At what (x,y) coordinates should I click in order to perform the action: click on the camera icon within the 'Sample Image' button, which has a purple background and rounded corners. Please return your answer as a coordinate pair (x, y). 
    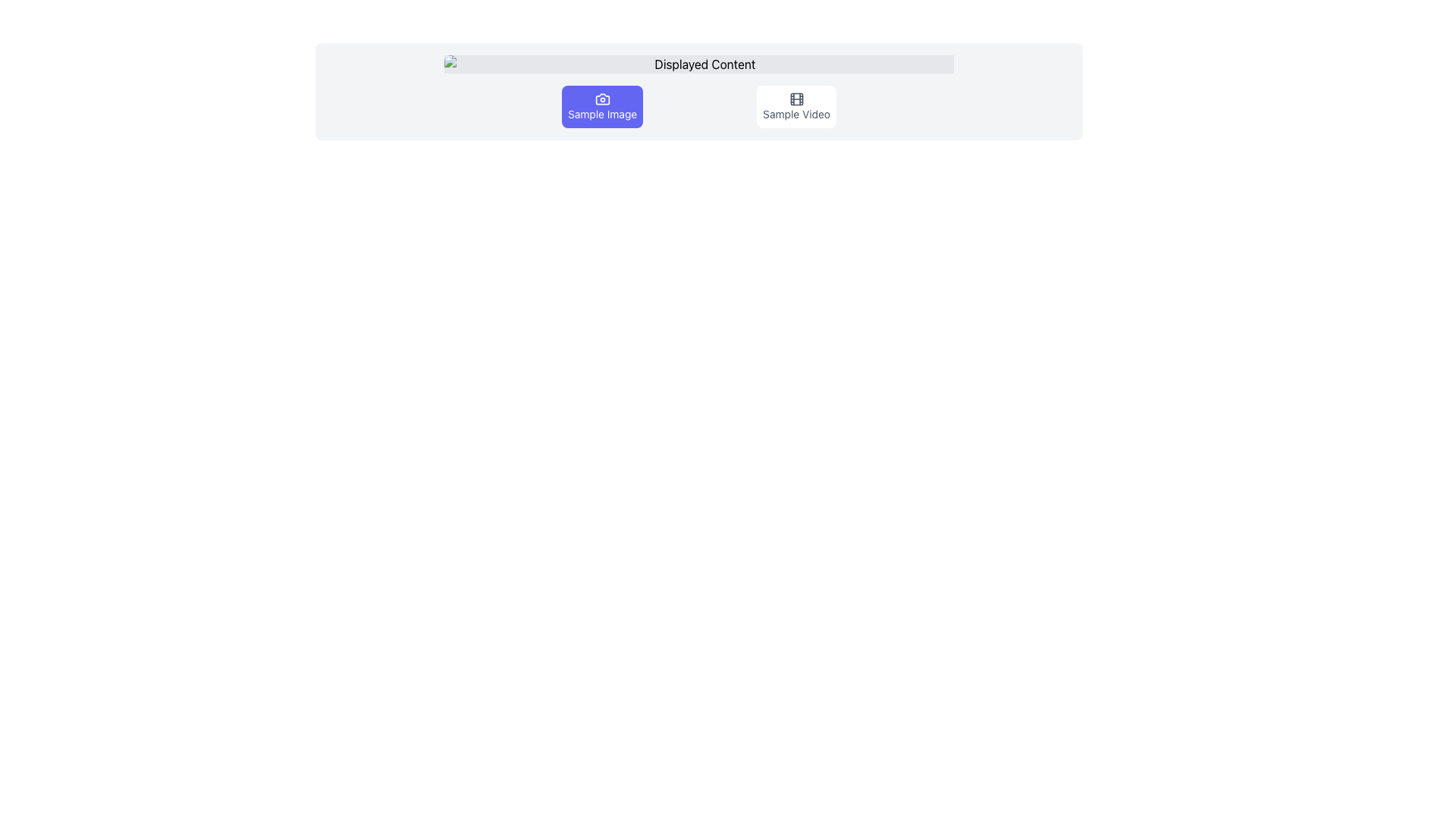
    Looking at the image, I should click on (601, 99).